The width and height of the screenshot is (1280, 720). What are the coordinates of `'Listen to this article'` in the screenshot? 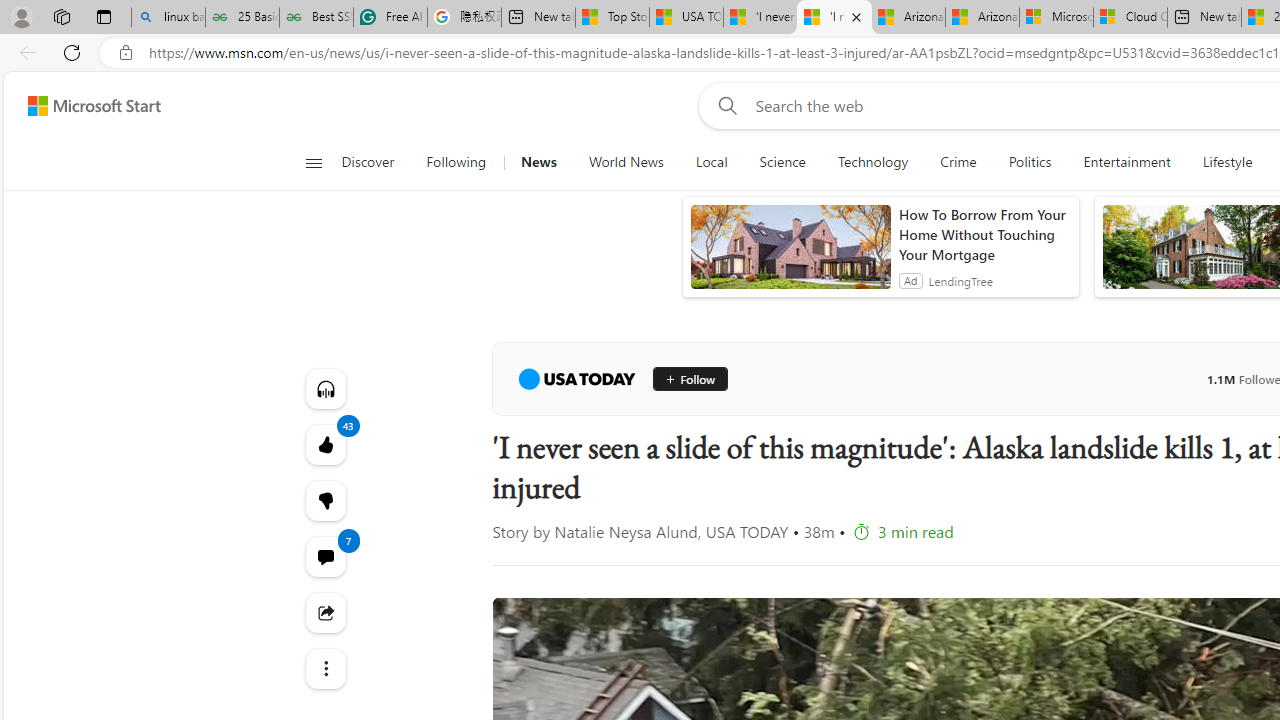 It's located at (325, 388).